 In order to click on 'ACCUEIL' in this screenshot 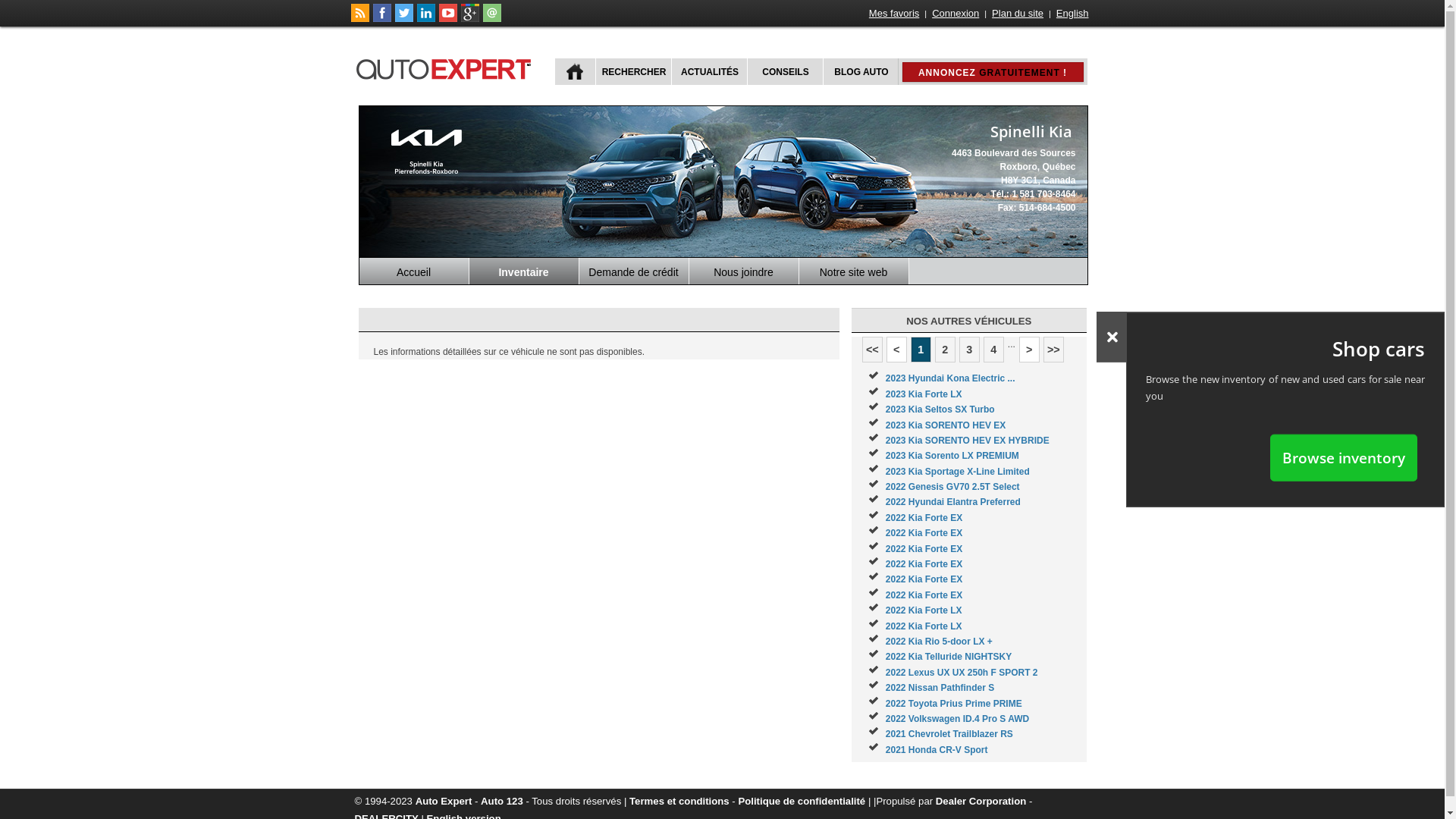, I will do `click(574, 71)`.